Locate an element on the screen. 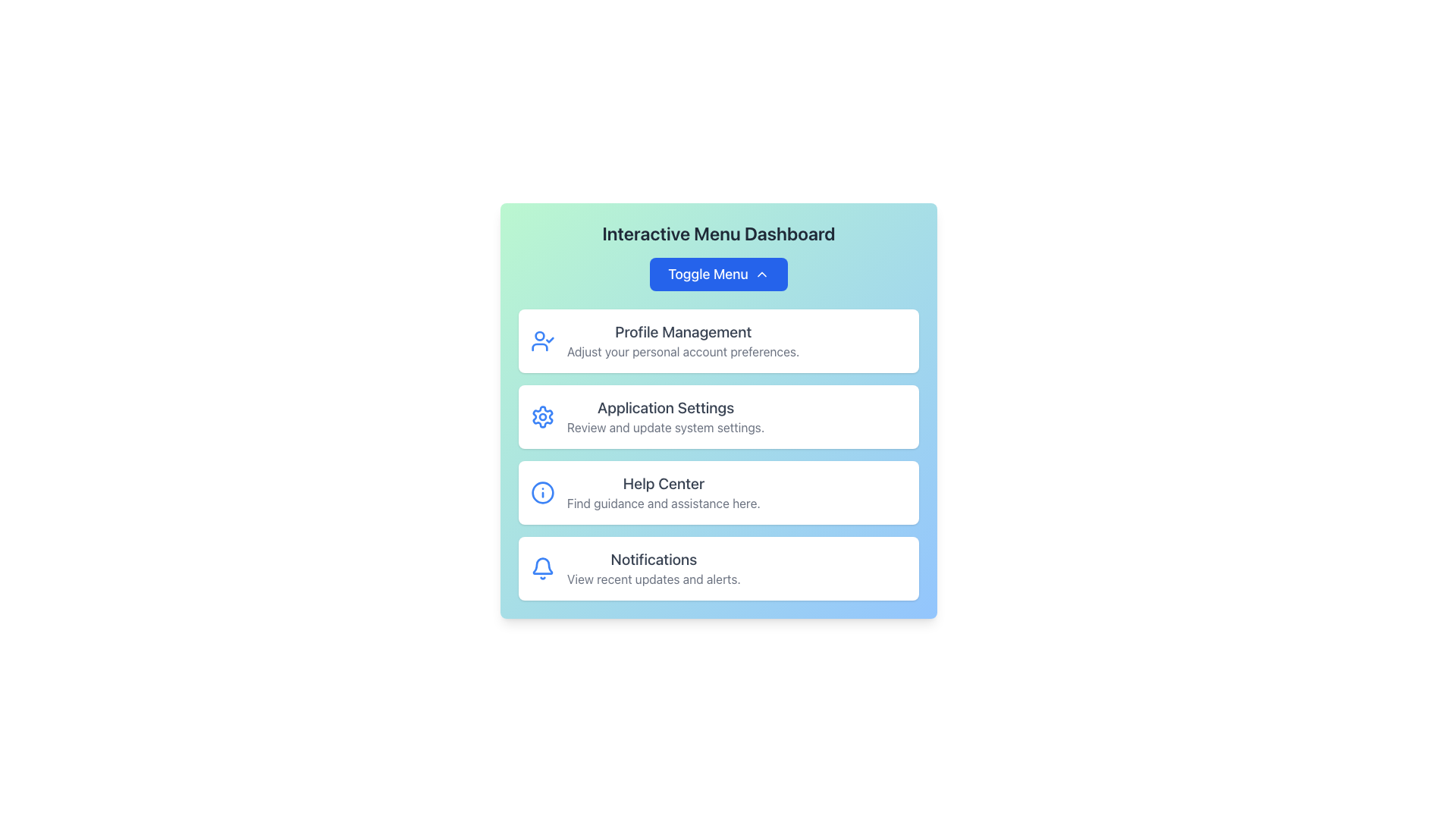 This screenshot has width=1456, height=819. the text label that says 'View recent updates and alerts.' located below the 'Notifications' title in the Notifications section is located at coordinates (654, 579).